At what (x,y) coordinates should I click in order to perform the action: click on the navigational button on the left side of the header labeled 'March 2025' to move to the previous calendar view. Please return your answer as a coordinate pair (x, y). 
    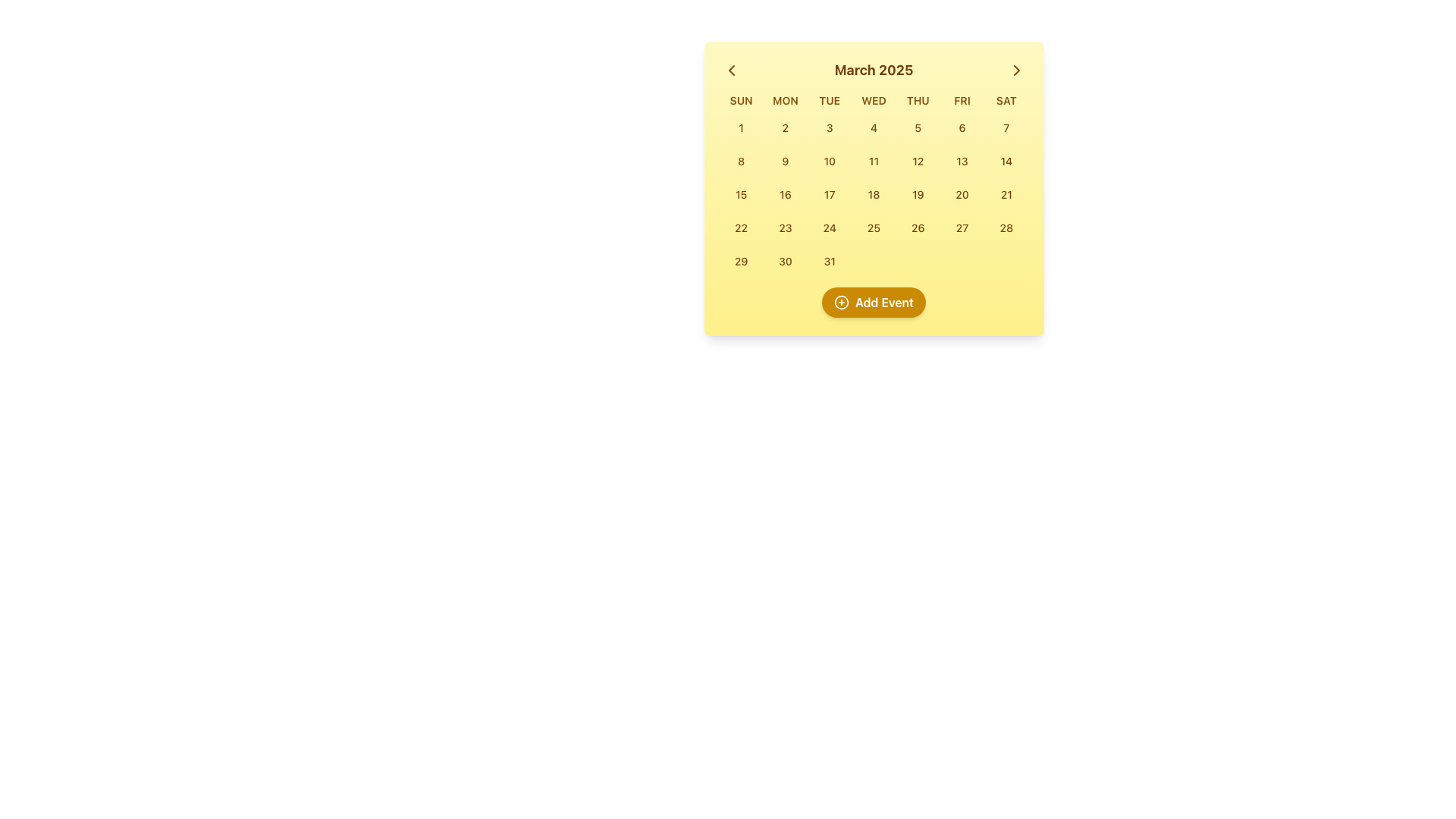
    Looking at the image, I should click on (731, 70).